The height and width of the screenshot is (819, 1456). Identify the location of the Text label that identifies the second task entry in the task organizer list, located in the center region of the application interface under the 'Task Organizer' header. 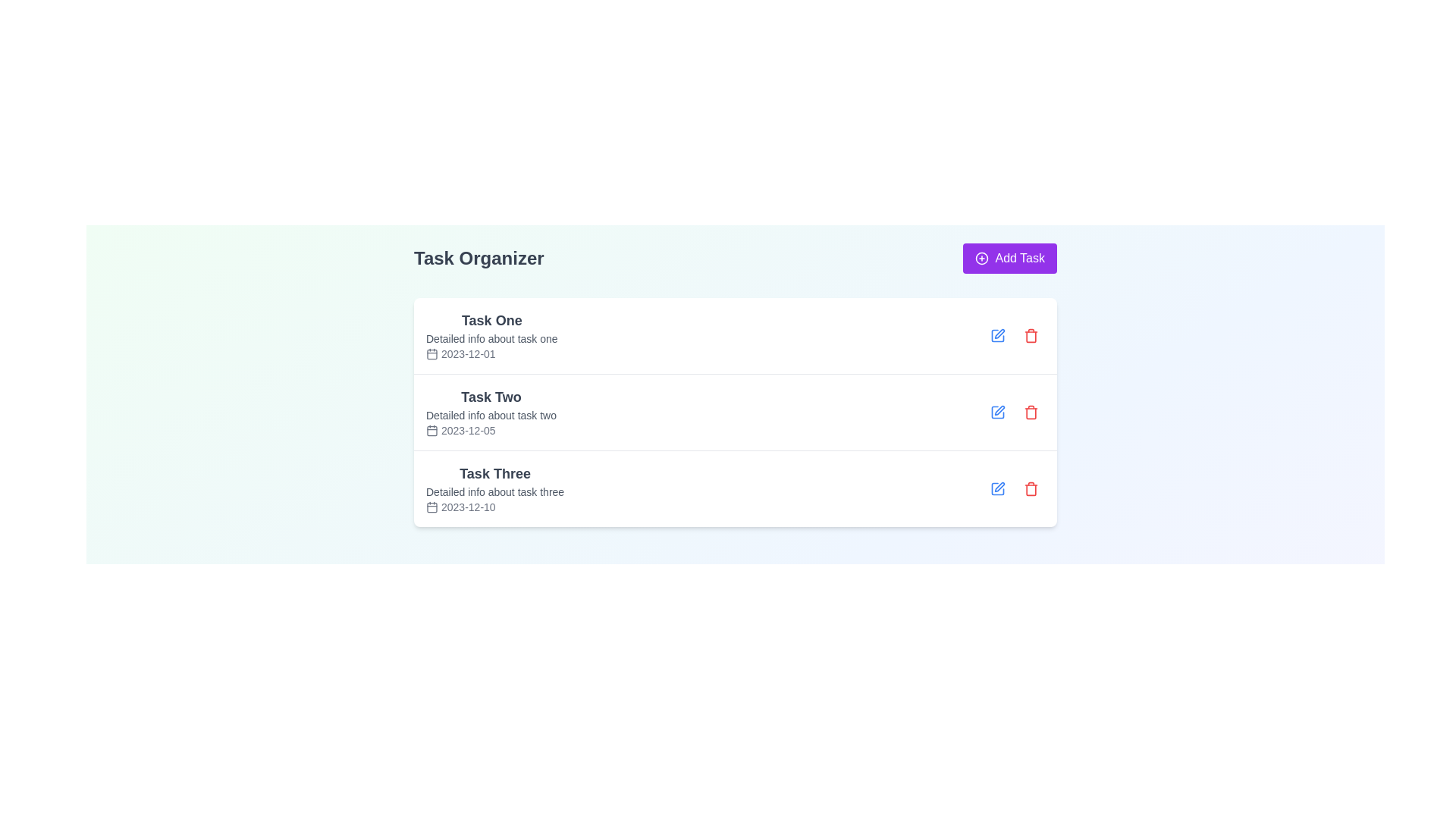
(491, 397).